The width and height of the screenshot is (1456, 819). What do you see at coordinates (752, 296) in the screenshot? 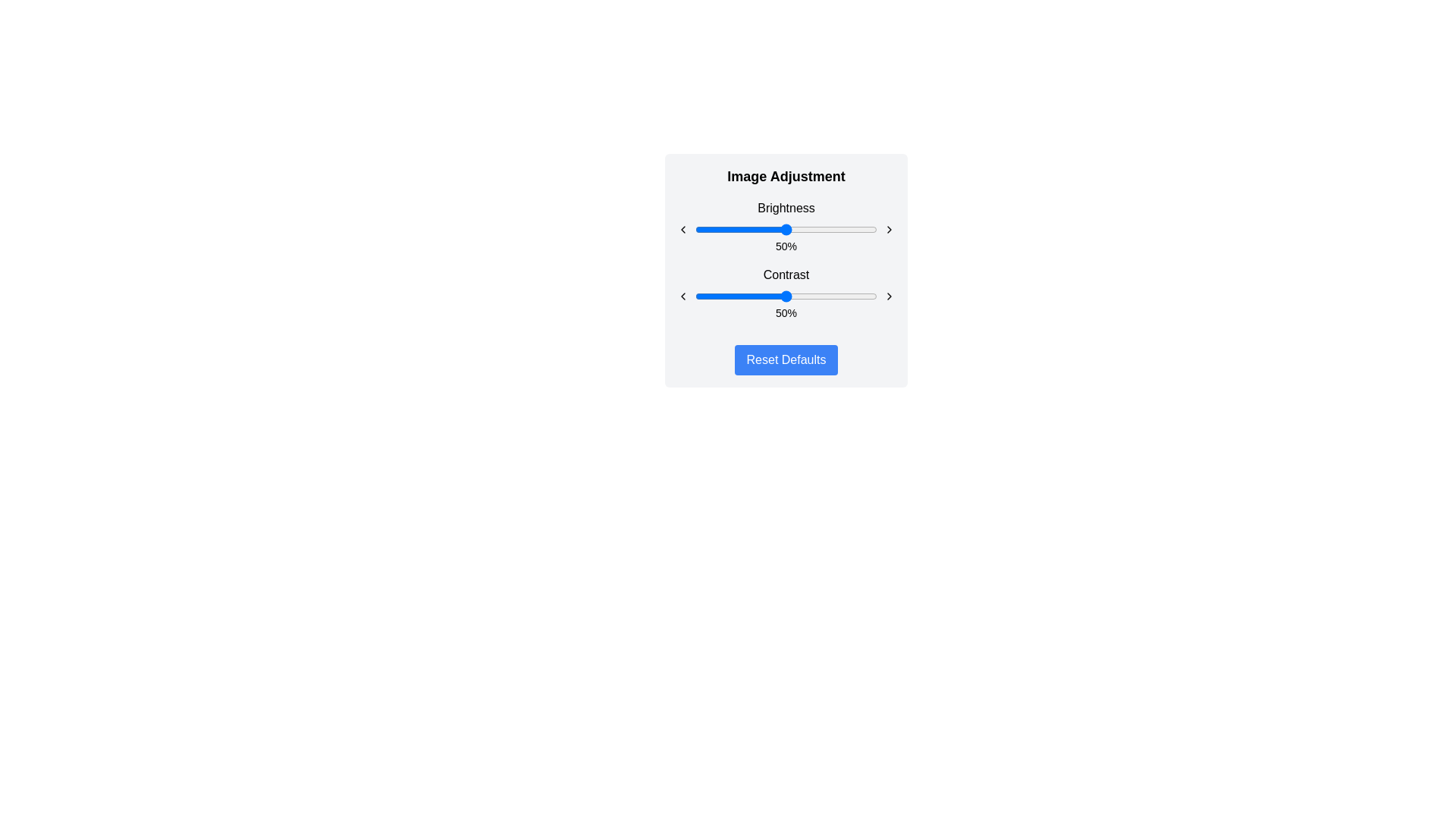
I see `contrast` at bounding box center [752, 296].